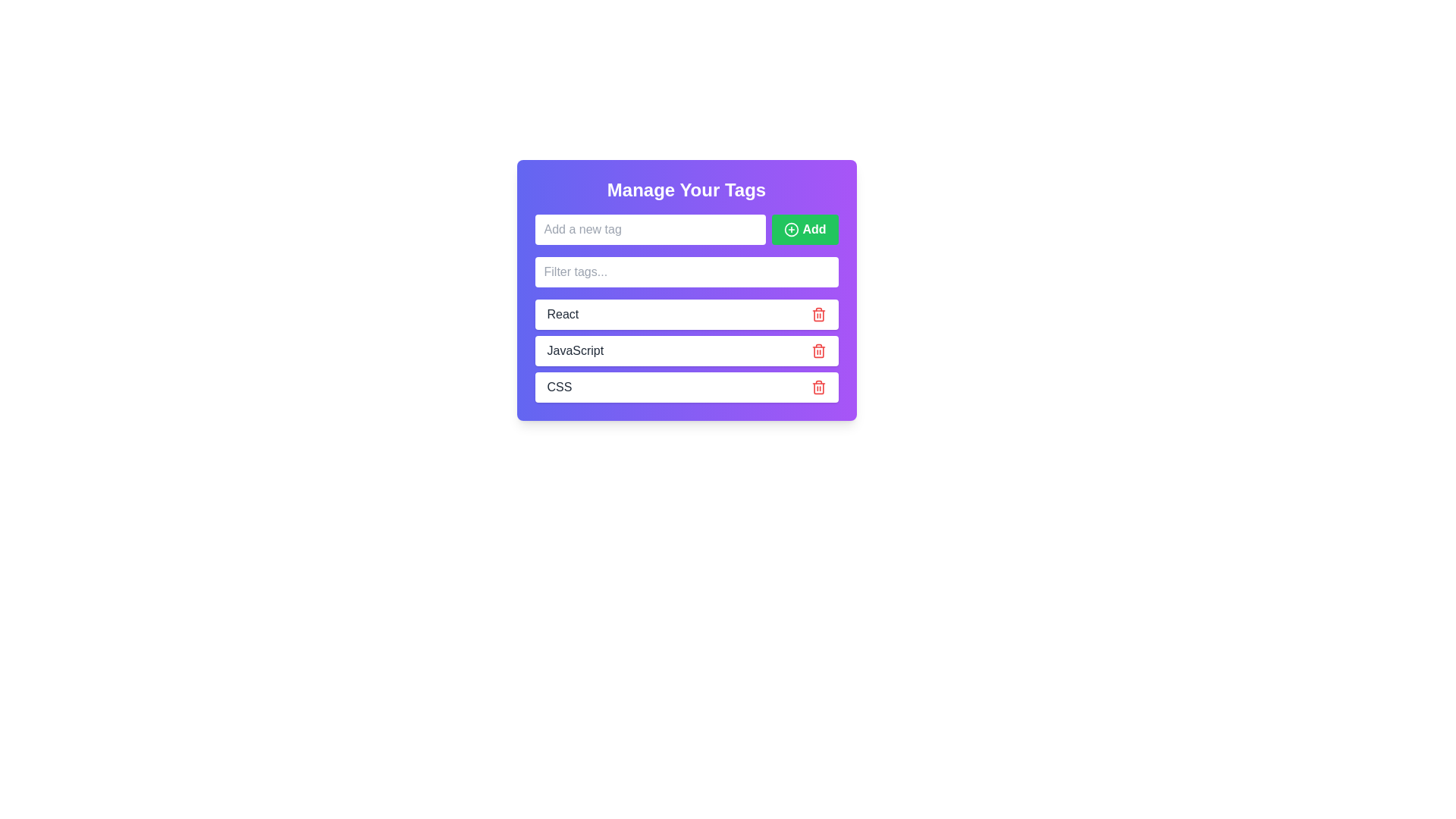 Image resolution: width=1456 pixels, height=819 pixels. Describe the element at coordinates (686, 230) in the screenshot. I see `the input field or the 'Add' button located in the 'Manage Your Tags' section, which allows users to input a new tag and perform the tagging action` at that location.